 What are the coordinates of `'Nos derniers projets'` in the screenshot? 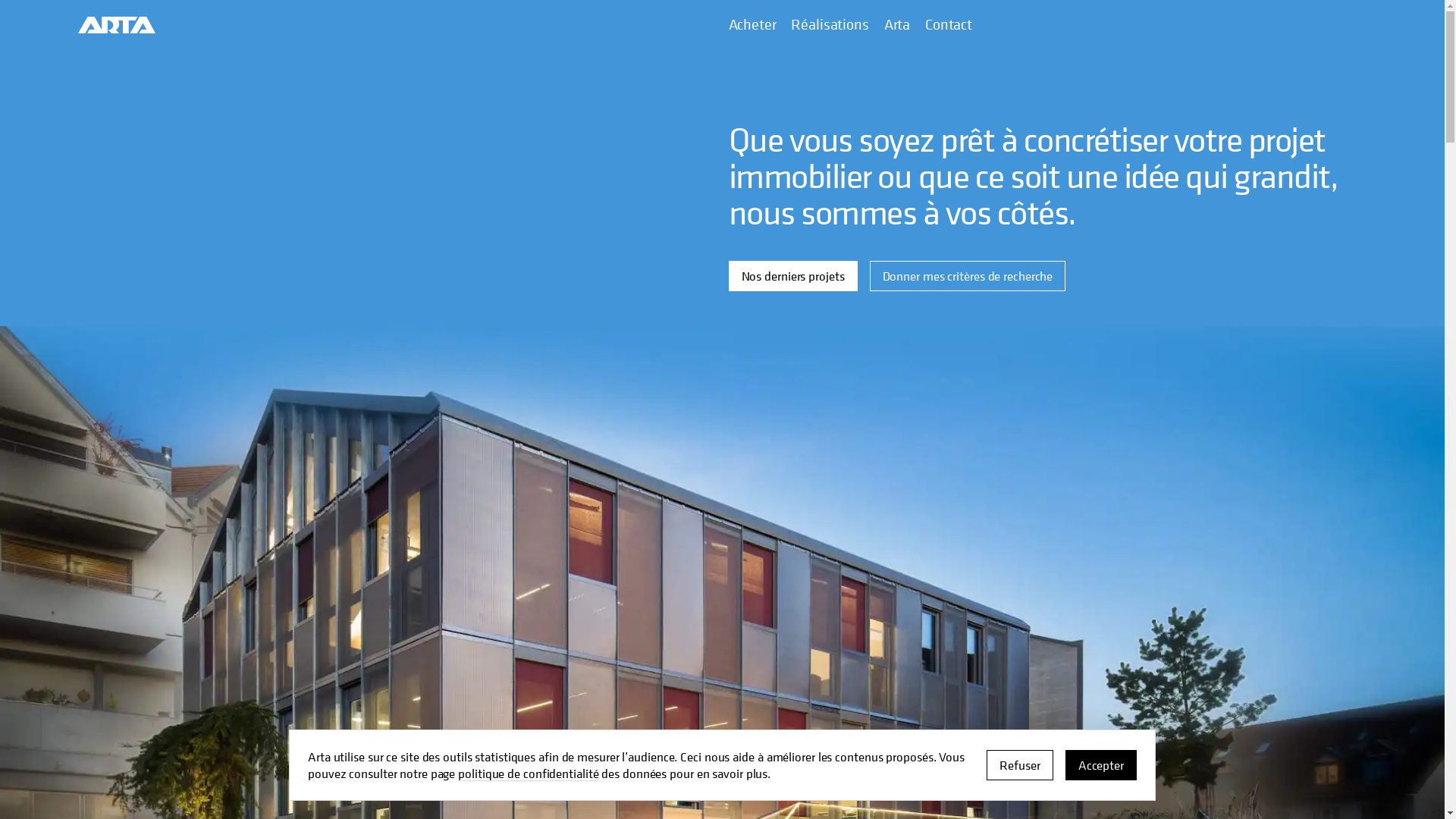 It's located at (792, 275).